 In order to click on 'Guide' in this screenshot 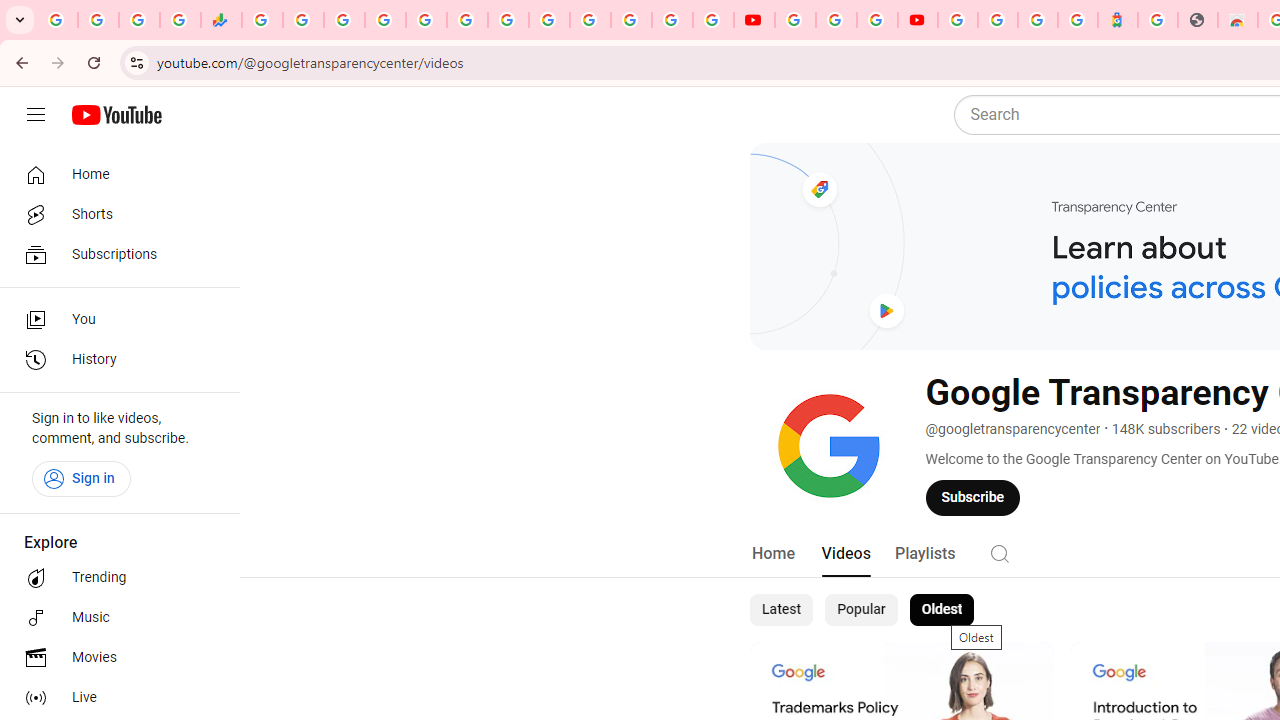, I will do `click(35, 115)`.